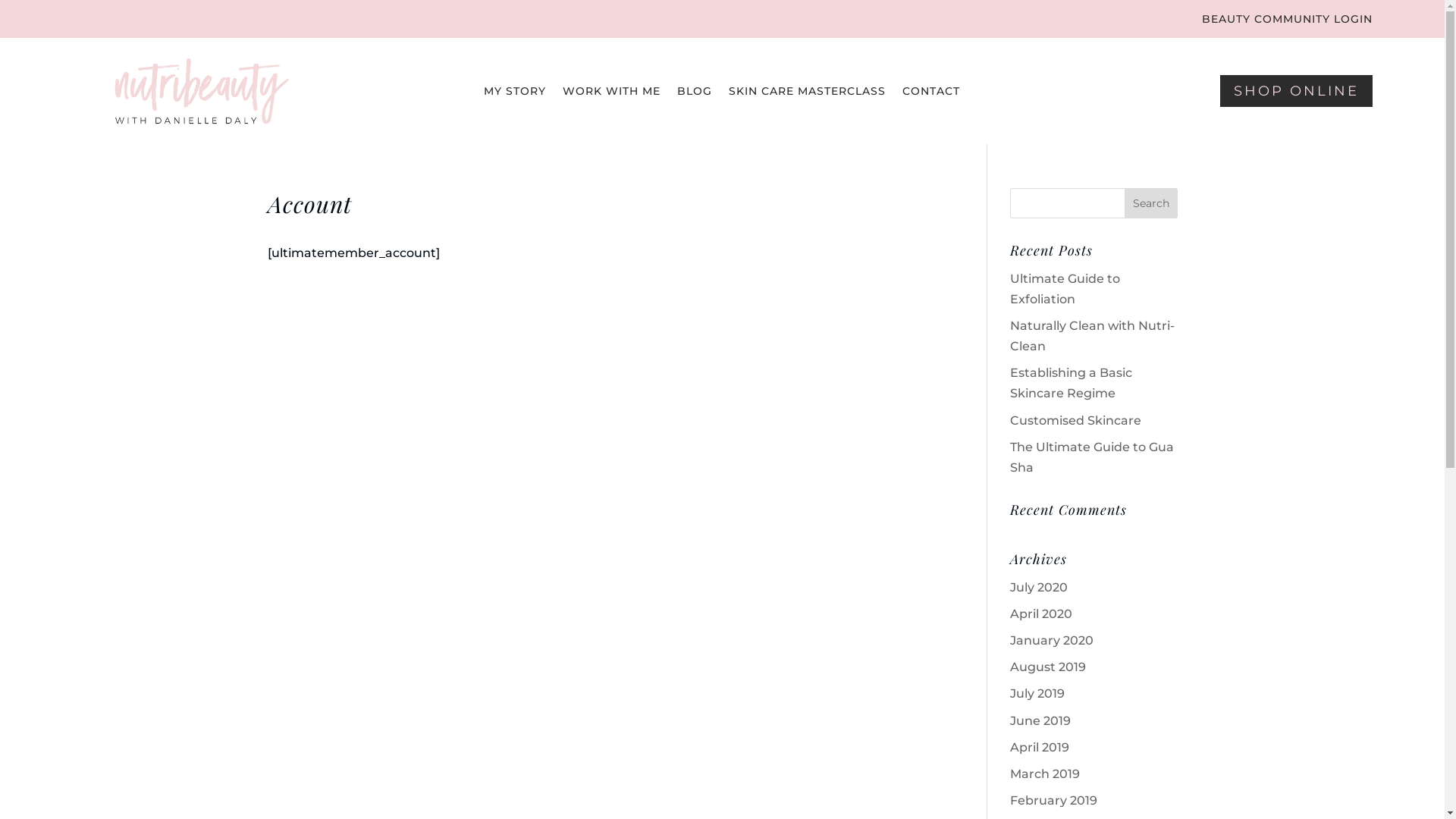 Image resolution: width=1456 pixels, height=819 pixels. What do you see at coordinates (1043, 773) in the screenshot?
I see `'March 2019'` at bounding box center [1043, 773].